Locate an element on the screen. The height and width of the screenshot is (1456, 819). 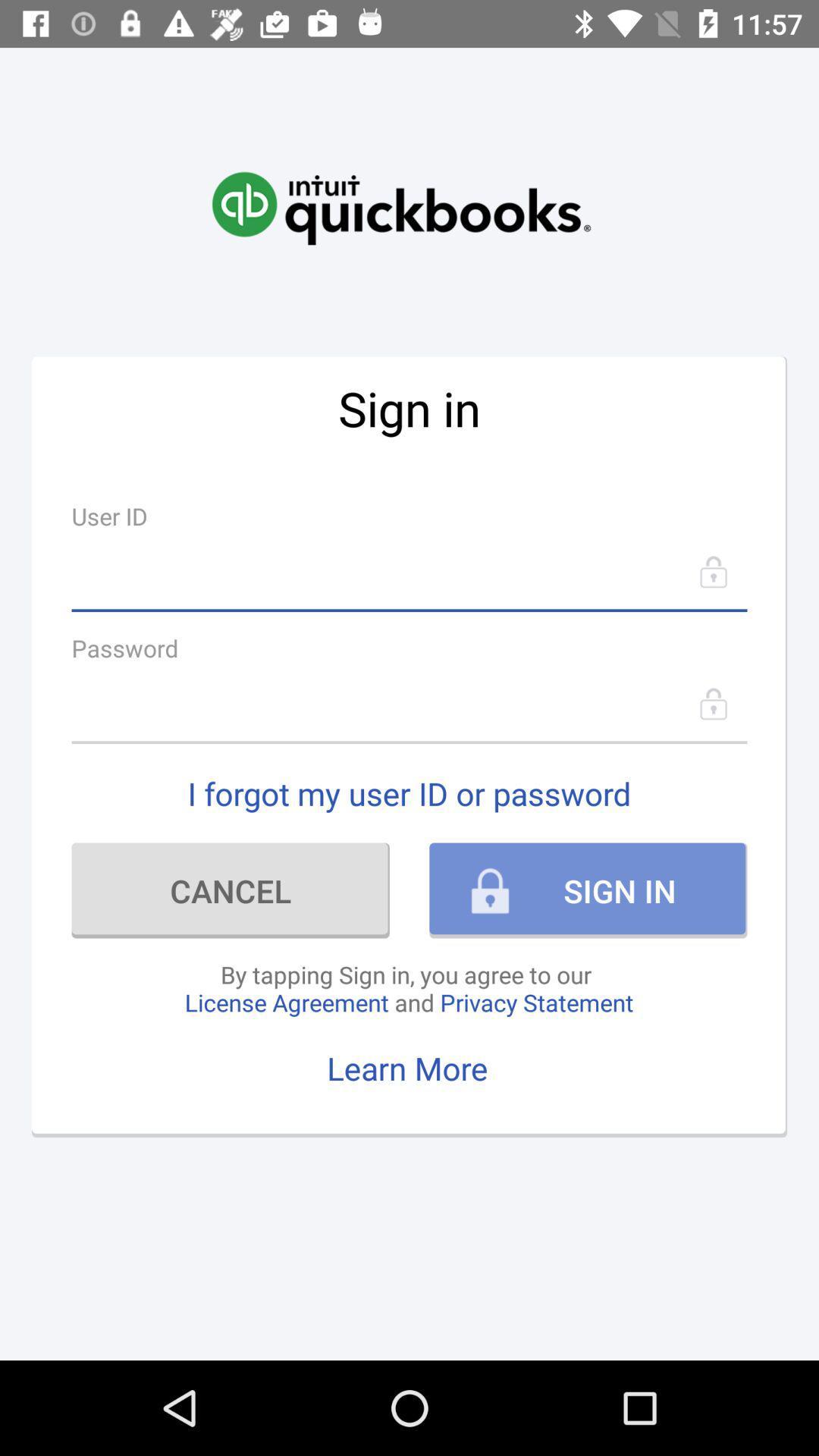
the icon next to sign in icon is located at coordinates (231, 890).